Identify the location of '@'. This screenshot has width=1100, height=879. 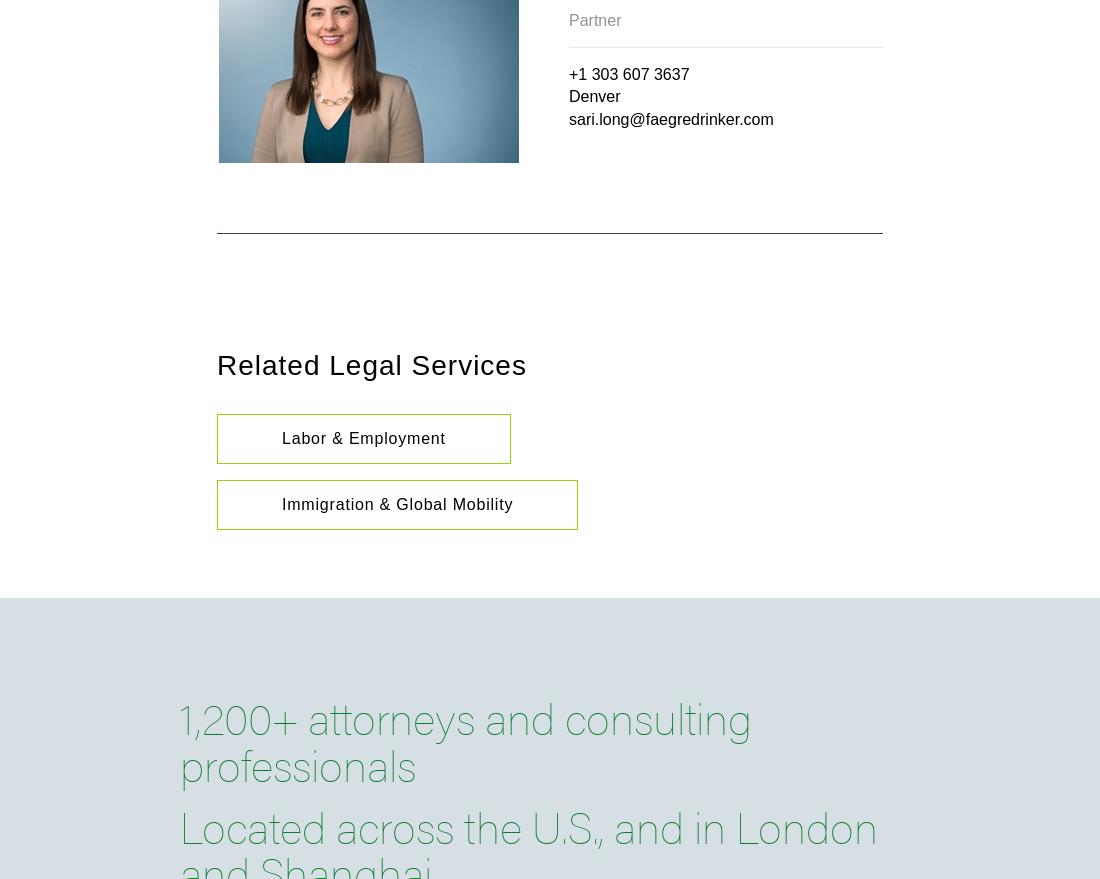
(637, 118).